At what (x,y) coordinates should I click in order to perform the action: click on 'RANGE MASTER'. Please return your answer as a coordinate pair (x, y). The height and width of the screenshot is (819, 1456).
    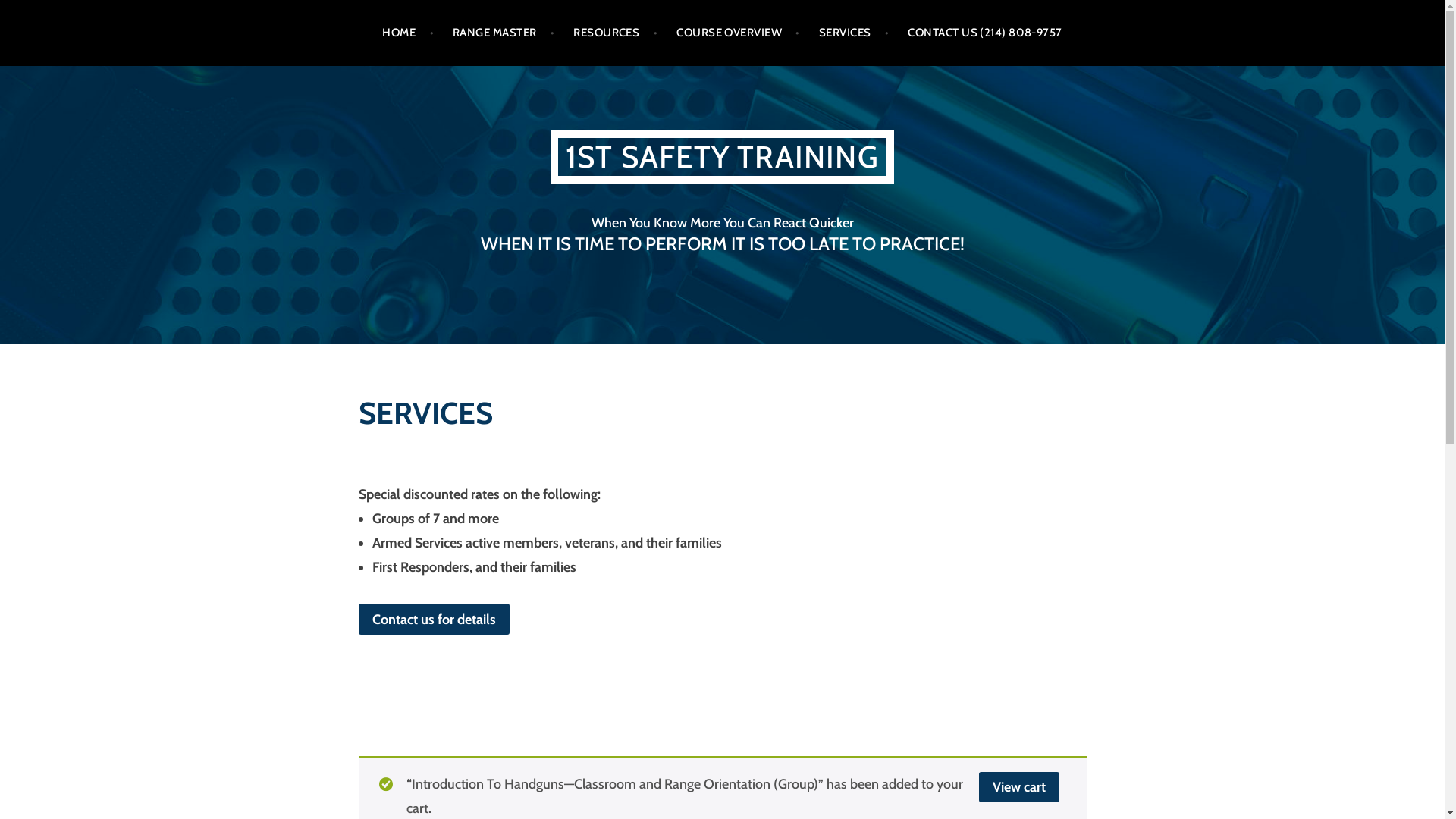
    Looking at the image, I should click on (503, 33).